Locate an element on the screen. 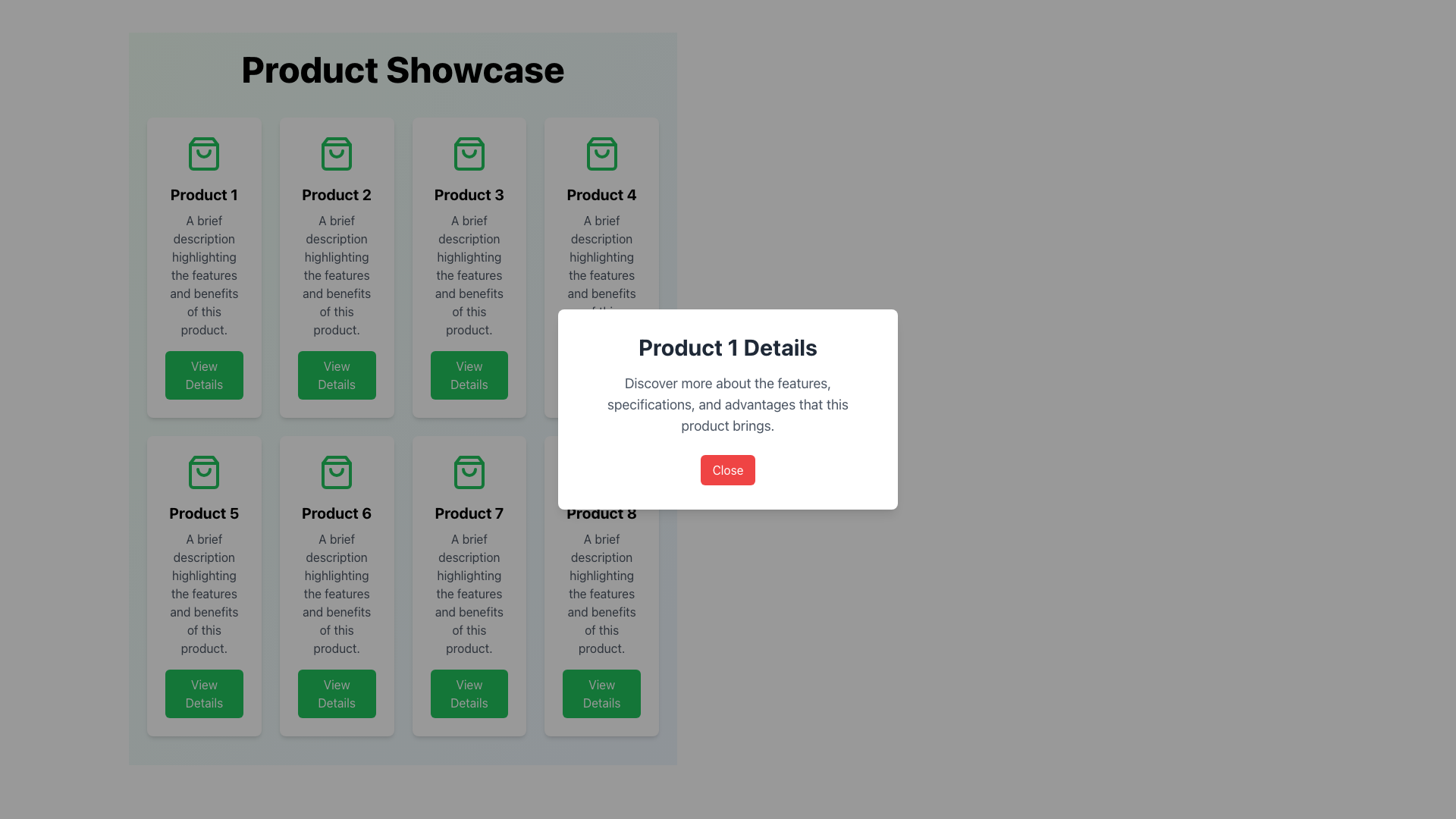  descriptive information text located in the central Text Block of the 'Product 1 Details' modal dialog, positioned below the title and above the red 'Close' button is located at coordinates (728, 403).